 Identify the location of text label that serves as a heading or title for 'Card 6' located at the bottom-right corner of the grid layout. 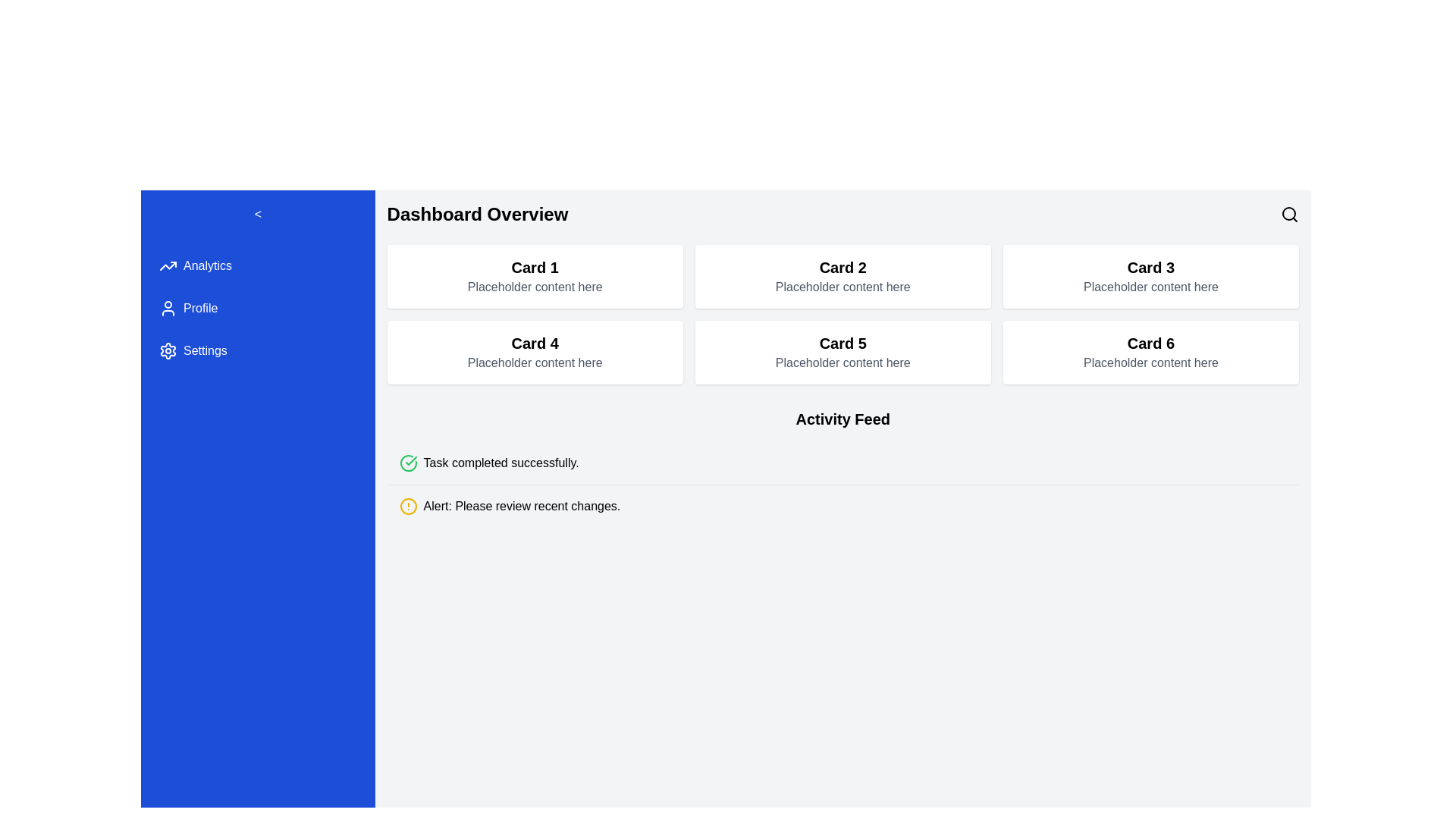
(1150, 343).